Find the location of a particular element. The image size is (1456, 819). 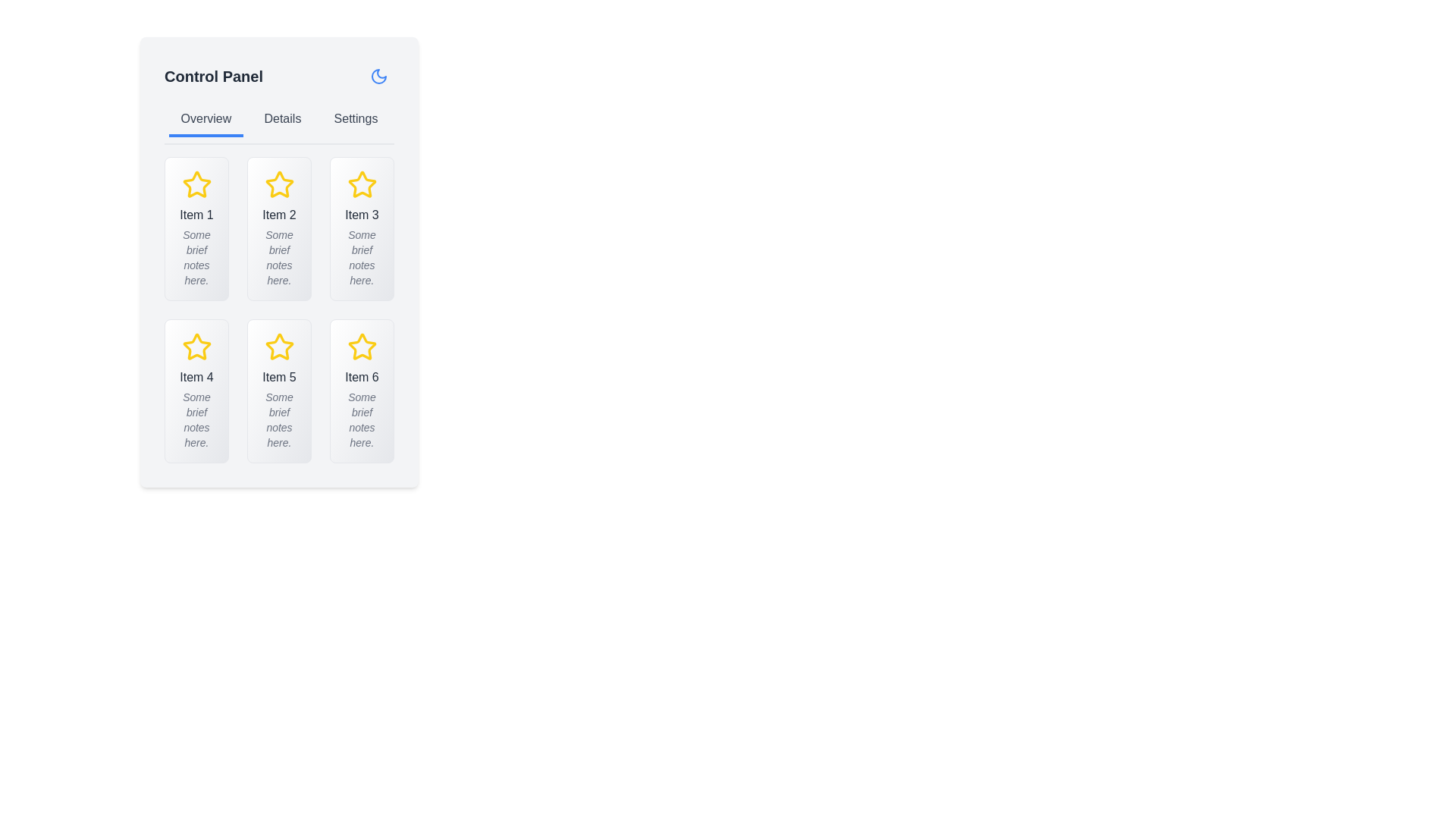

the blue crescent moon icon button located in the top-right corner of the interface is located at coordinates (378, 76).